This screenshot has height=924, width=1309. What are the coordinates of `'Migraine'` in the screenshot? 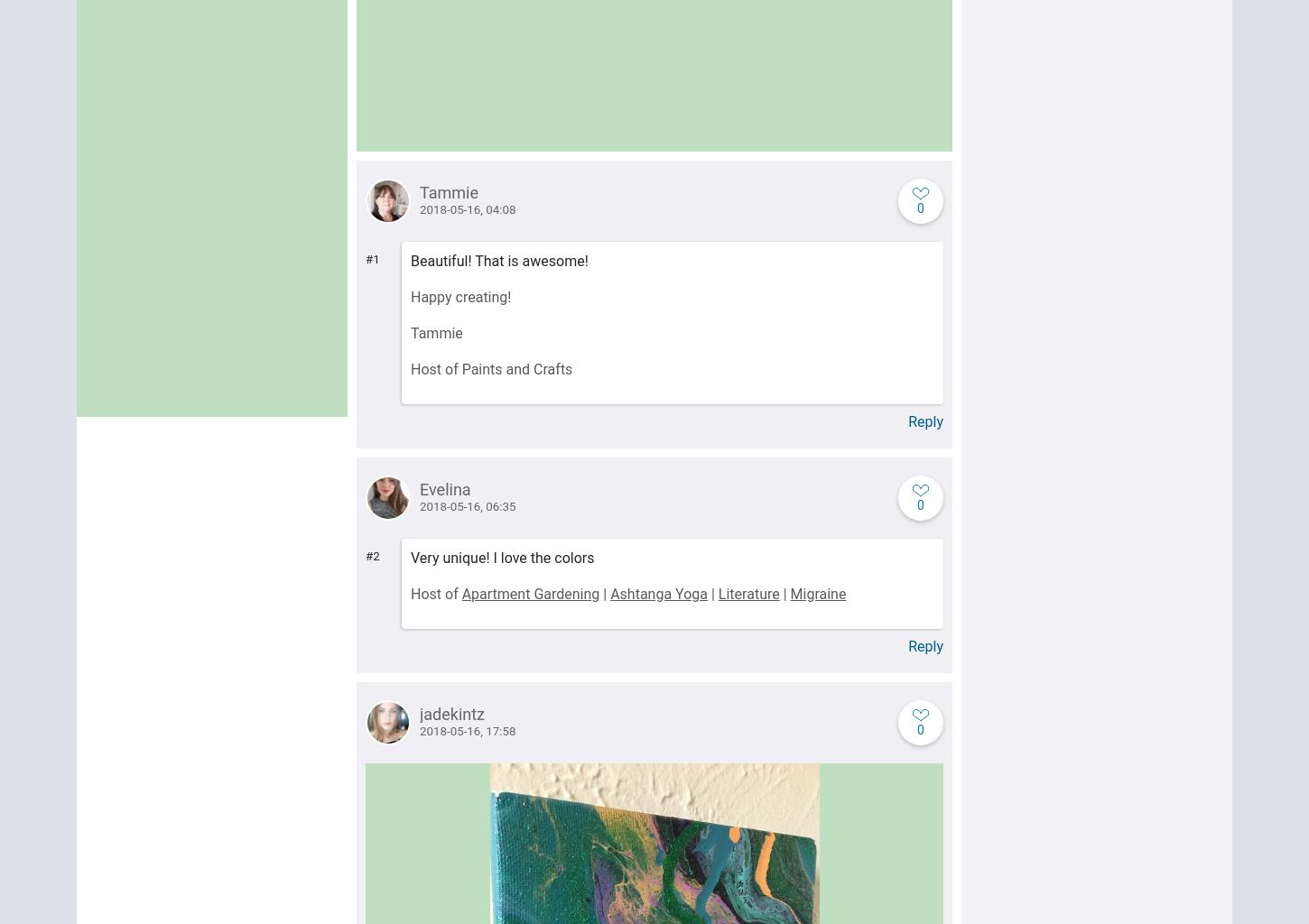 It's located at (816, 593).